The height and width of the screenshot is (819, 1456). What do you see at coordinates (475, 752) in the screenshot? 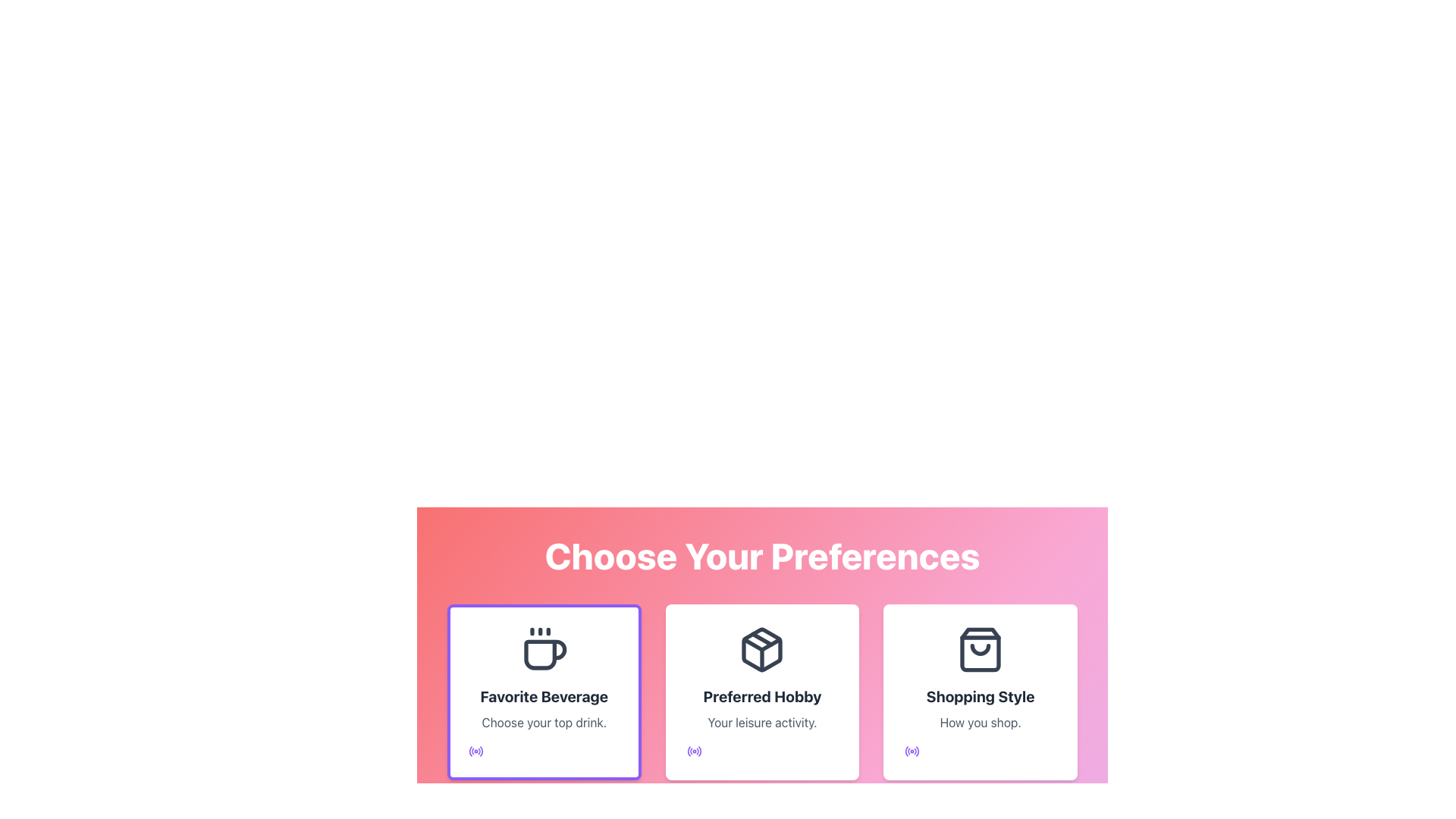
I see `the circular radio button with purple accents within the 'Favorite Beverage' card` at bounding box center [475, 752].